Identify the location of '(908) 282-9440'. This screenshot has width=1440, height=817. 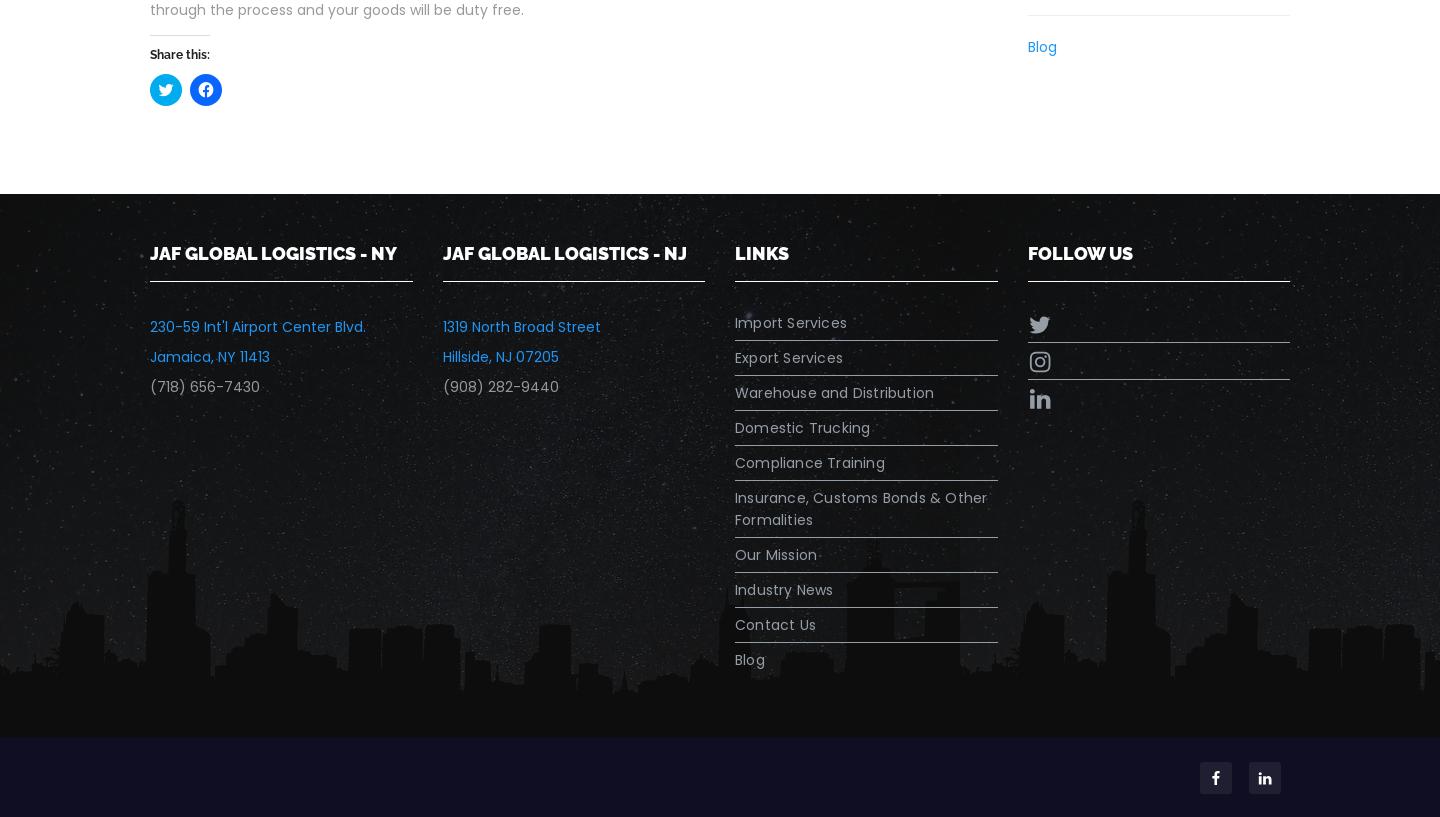
(441, 386).